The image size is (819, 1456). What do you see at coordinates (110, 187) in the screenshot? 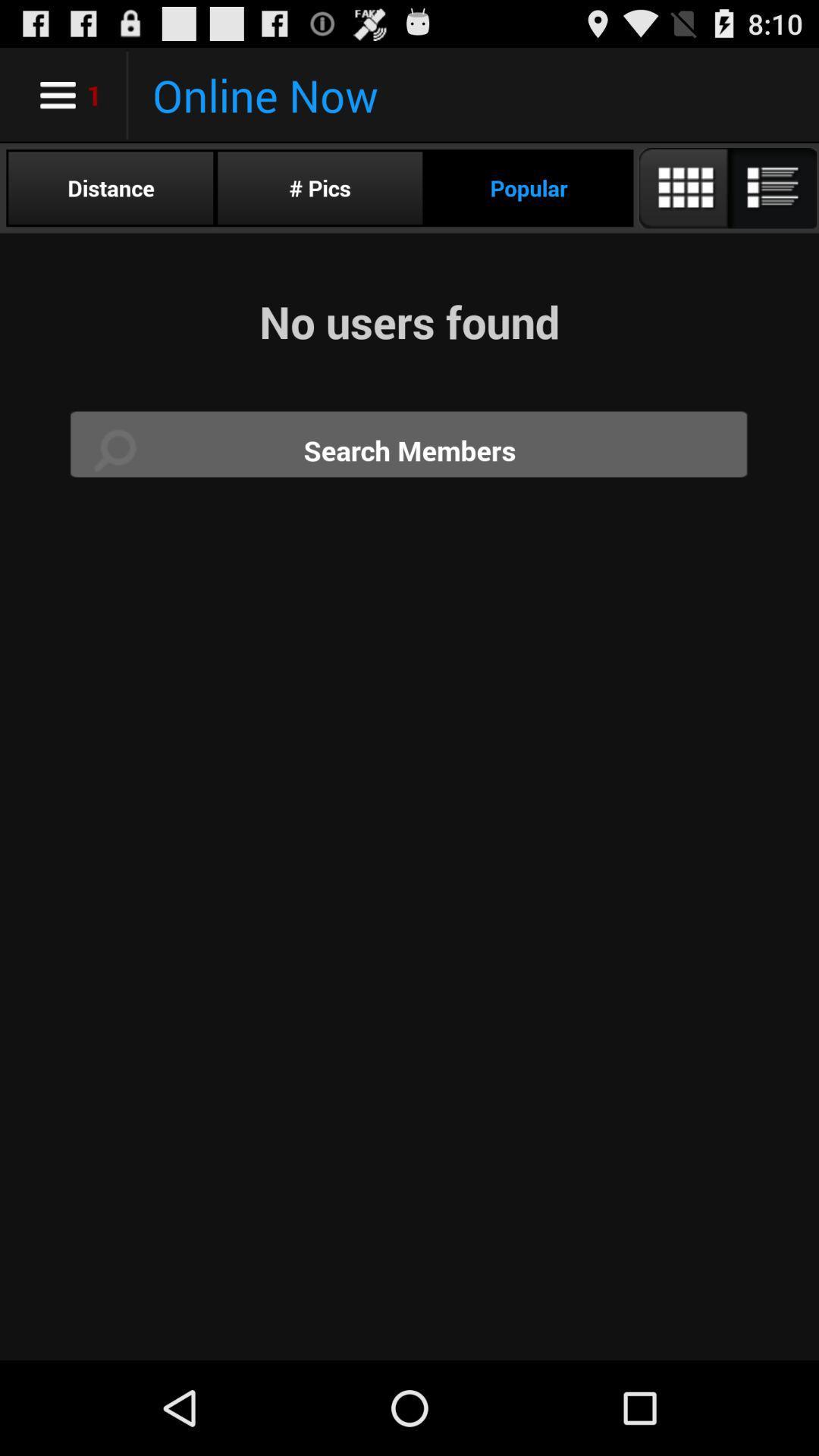
I see `icon below online now icon` at bounding box center [110, 187].